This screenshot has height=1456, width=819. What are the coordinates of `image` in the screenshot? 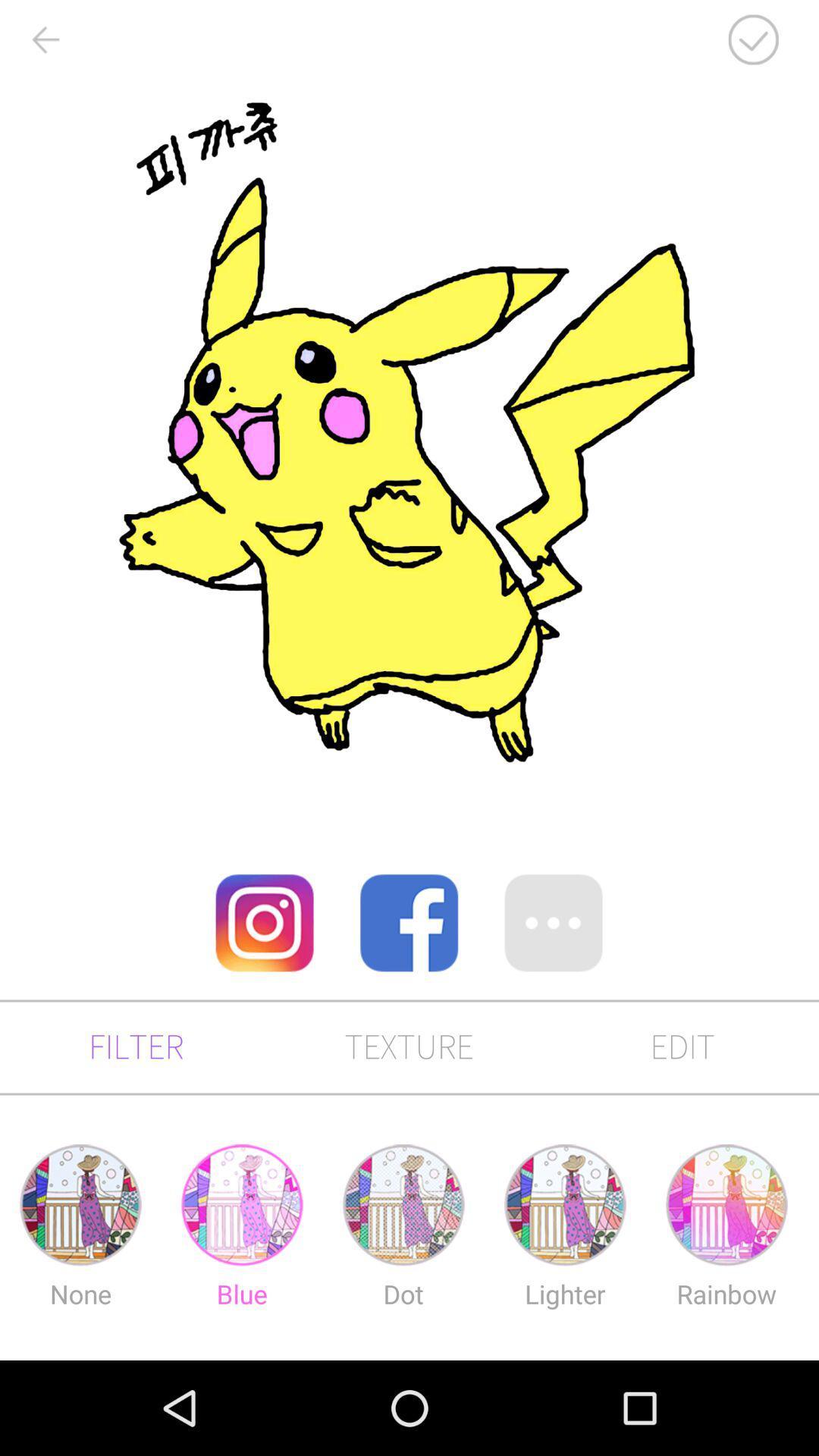 It's located at (753, 39).